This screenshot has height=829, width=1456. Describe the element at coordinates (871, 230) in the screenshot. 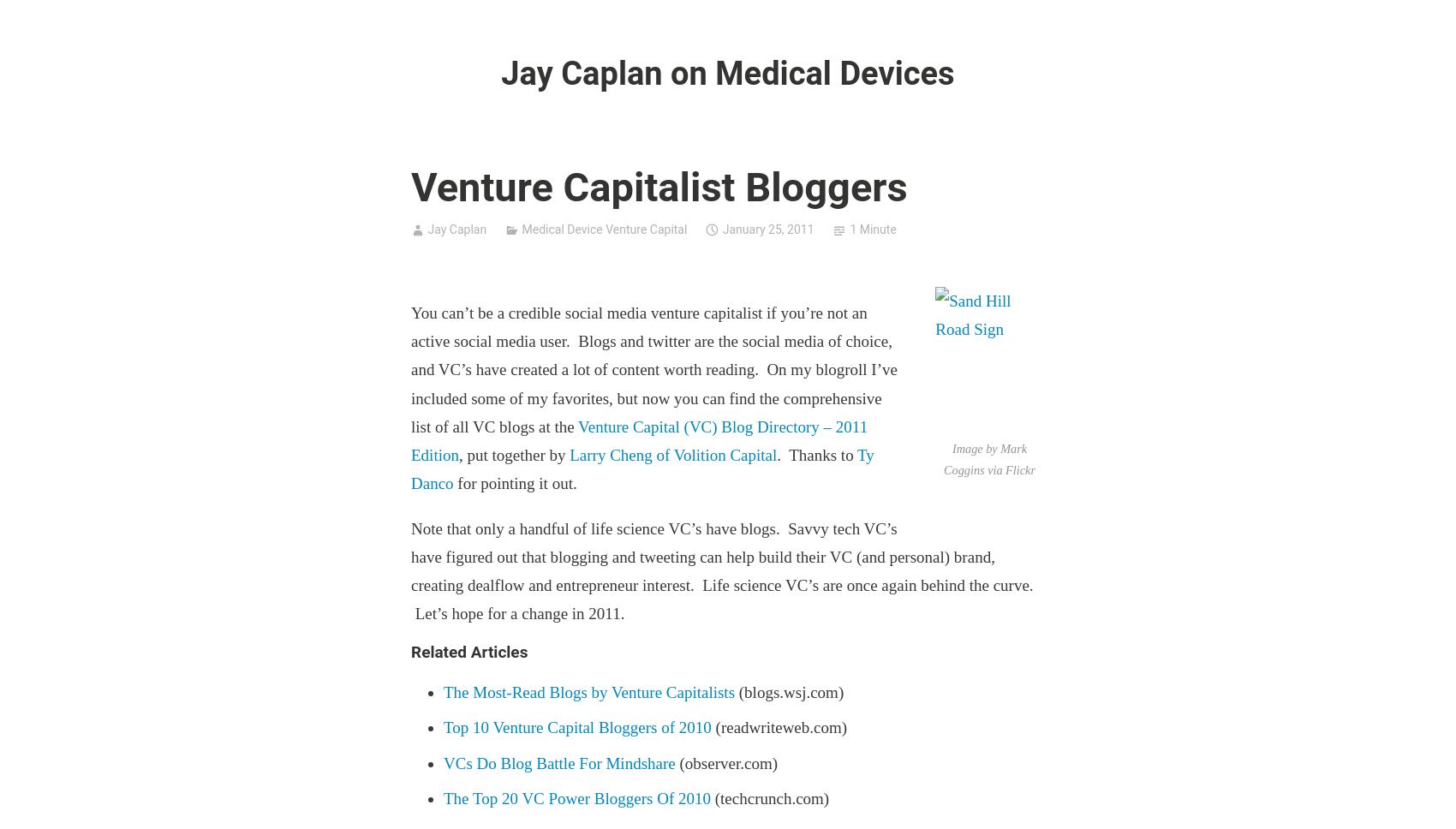

I see `'1 Minute'` at that location.